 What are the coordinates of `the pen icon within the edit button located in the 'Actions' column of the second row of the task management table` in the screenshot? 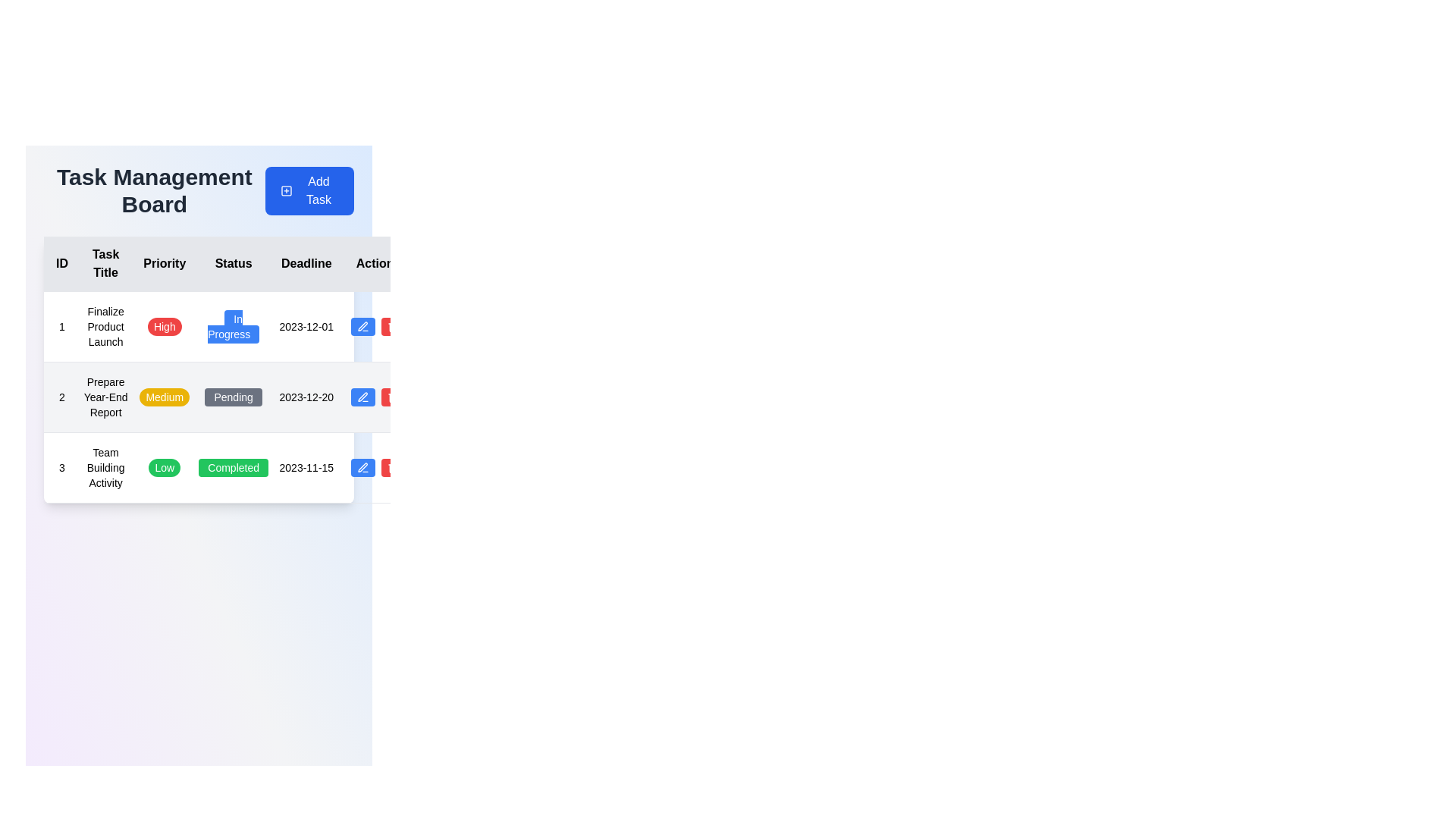 It's located at (362, 397).